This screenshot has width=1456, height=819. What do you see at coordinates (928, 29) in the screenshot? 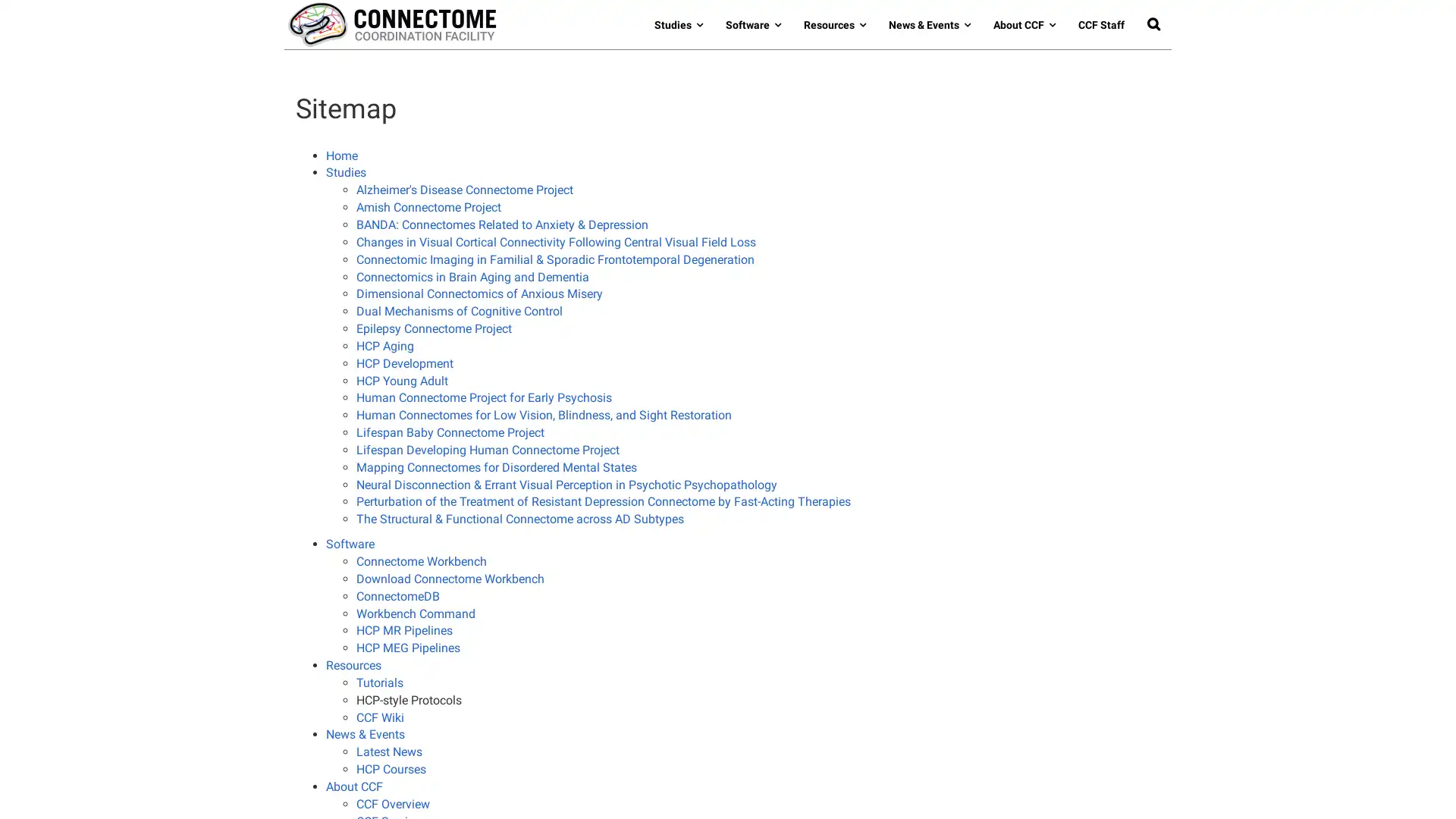
I see `News & Events` at bounding box center [928, 29].